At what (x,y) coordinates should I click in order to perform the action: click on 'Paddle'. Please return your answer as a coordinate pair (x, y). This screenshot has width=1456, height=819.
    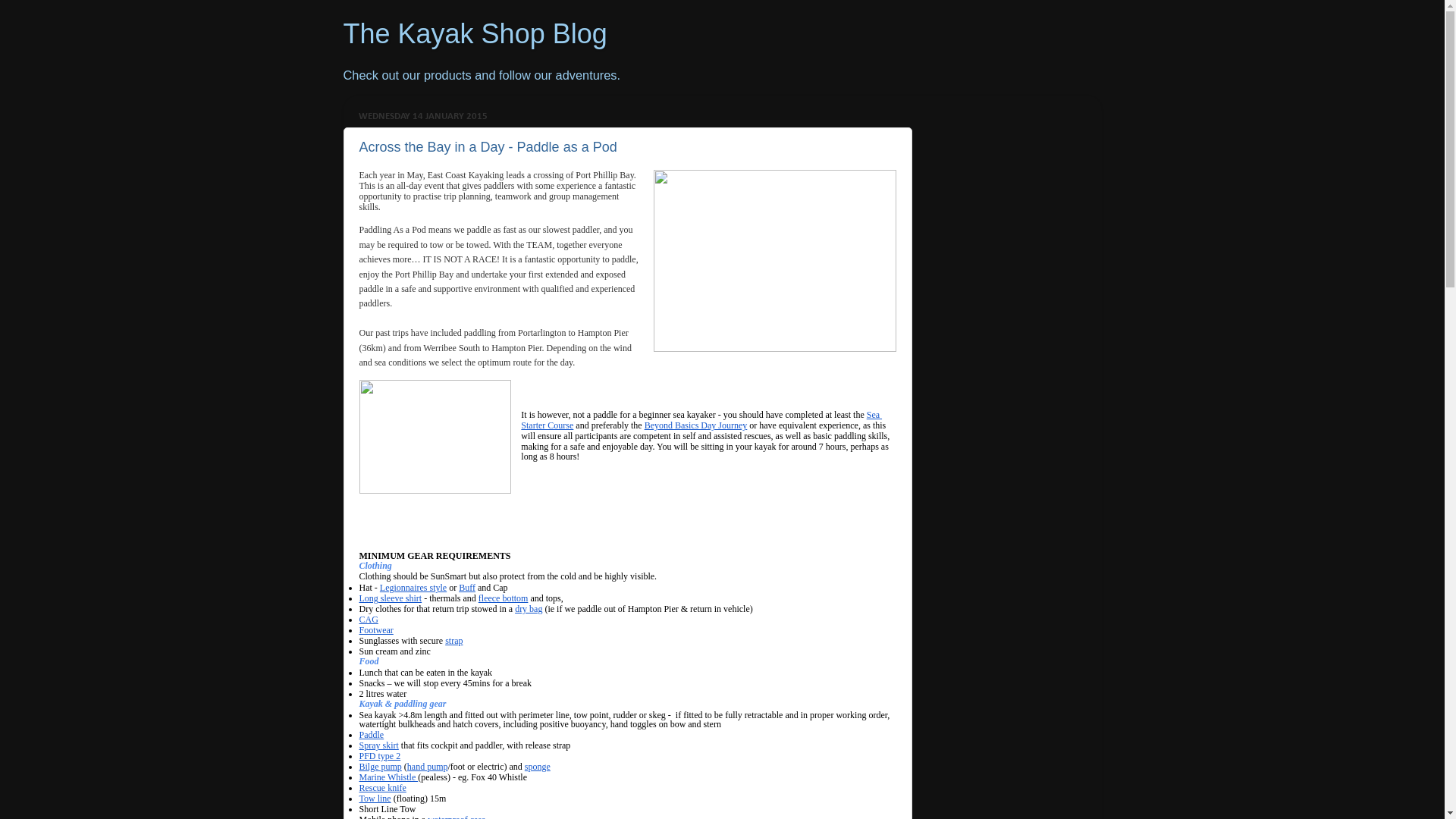
    Looking at the image, I should click on (359, 733).